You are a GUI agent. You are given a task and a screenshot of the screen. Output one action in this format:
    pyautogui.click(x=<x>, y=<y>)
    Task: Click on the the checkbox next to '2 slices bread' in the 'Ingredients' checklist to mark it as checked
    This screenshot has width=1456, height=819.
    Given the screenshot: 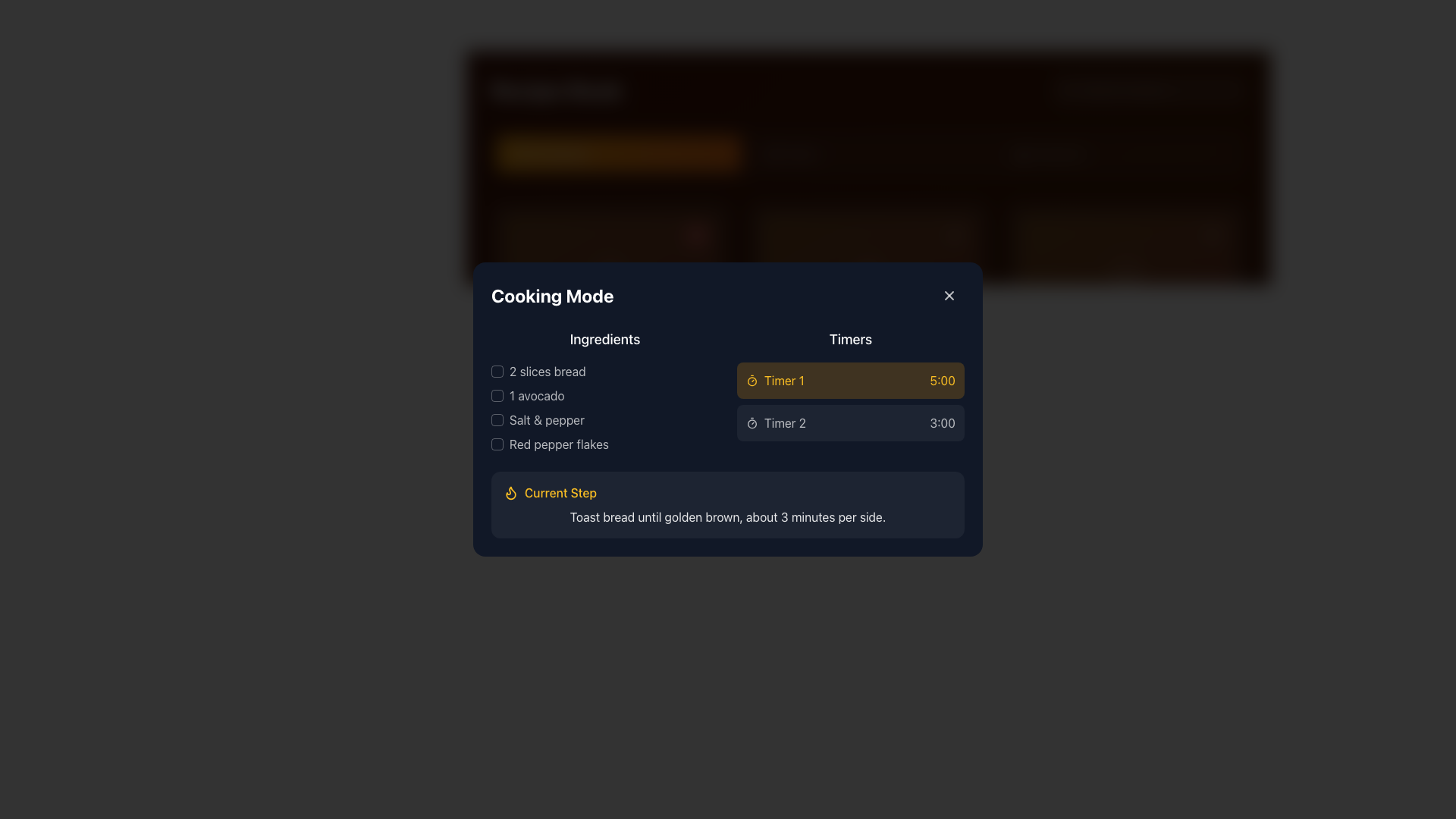 What is the action you would take?
    pyautogui.click(x=604, y=391)
    